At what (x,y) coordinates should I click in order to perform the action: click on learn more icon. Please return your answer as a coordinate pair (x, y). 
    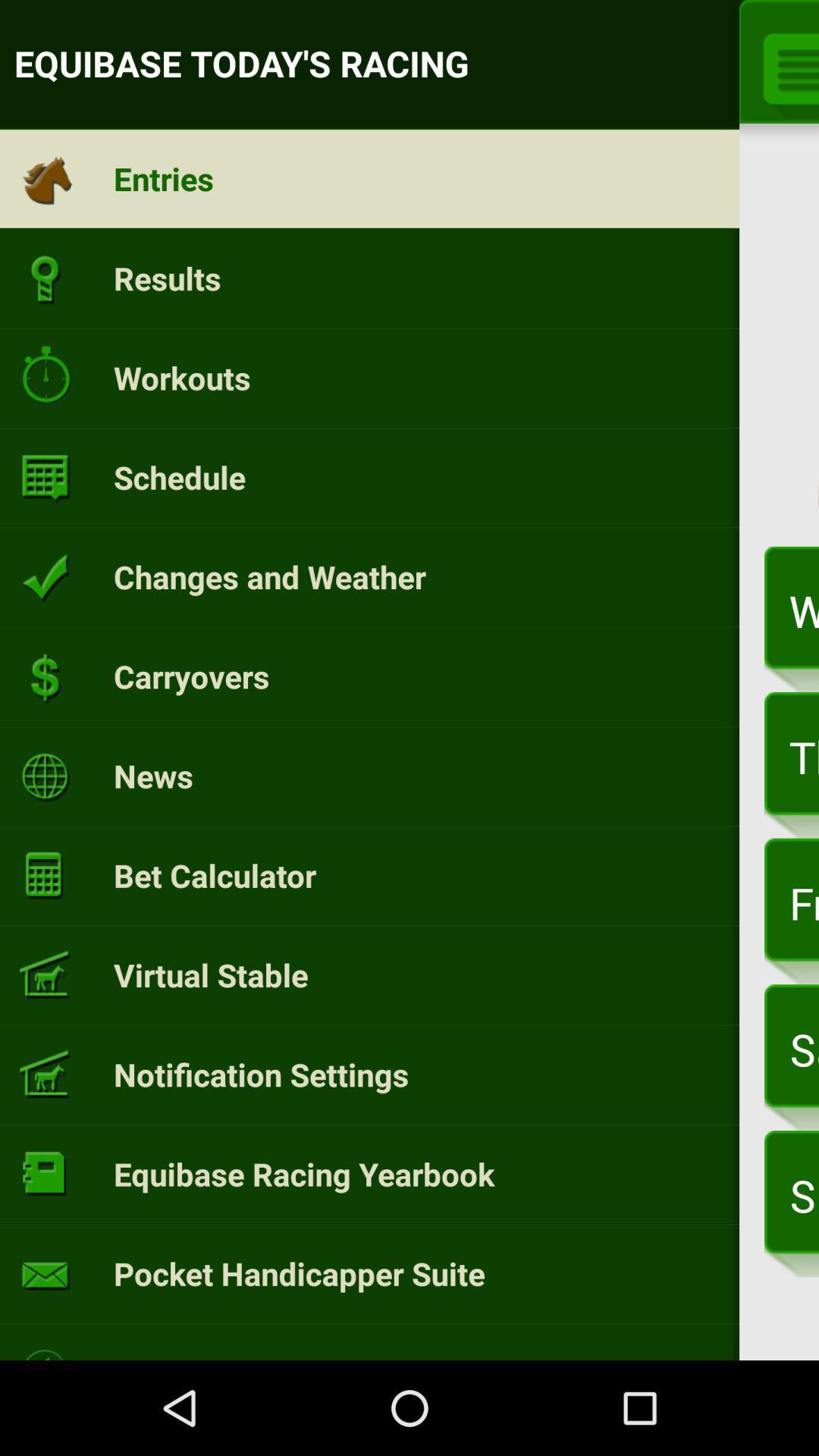
    Looking at the image, I should click on (193, 1344).